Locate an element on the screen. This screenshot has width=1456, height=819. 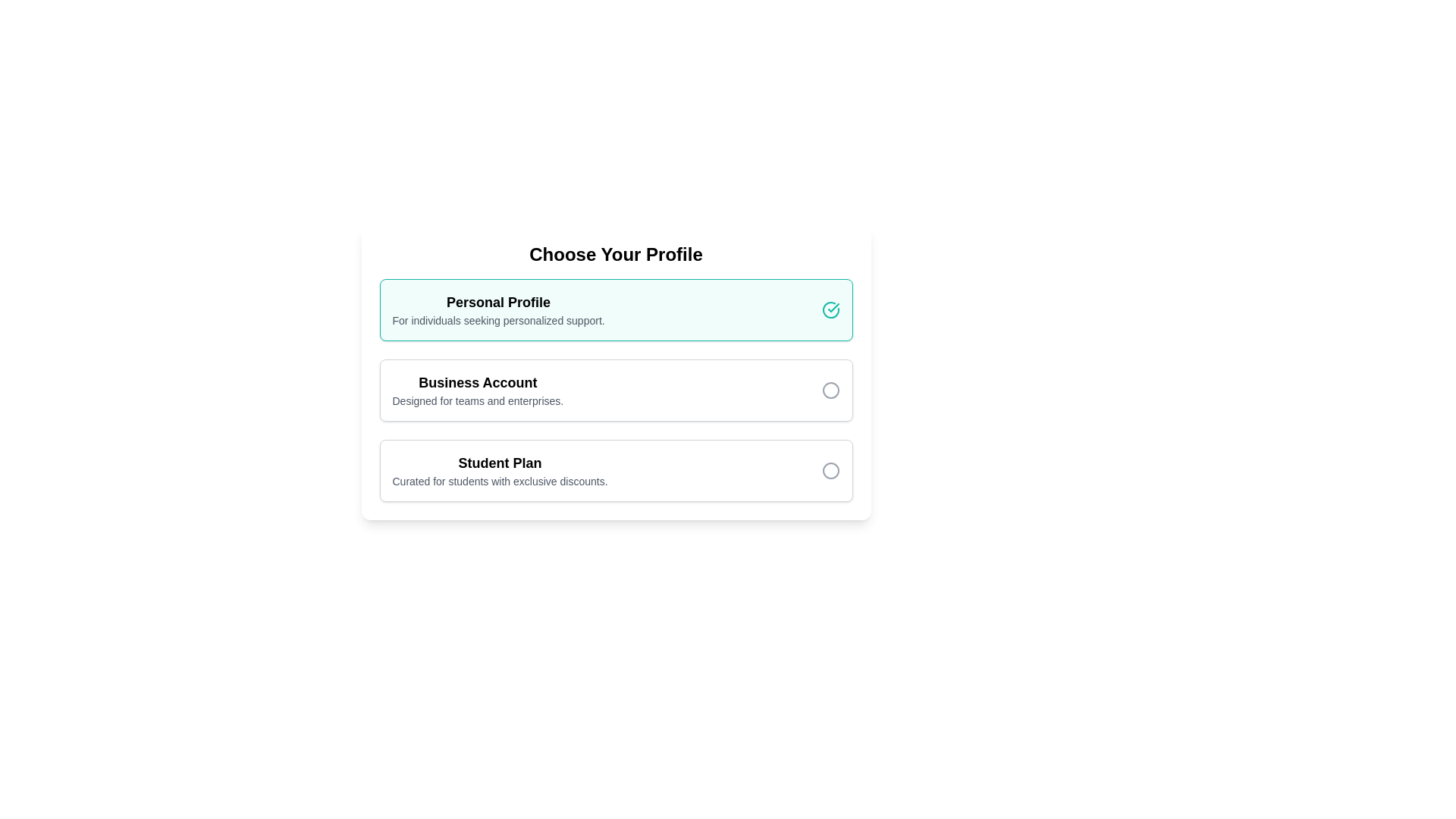
the icon indicating a selected or completed state for the 'Personal Profile' option, located at the far right of the 'Personal Profile' card, next to the text 'For individuals seeking personalized support' is located at coordinates (830, 309).